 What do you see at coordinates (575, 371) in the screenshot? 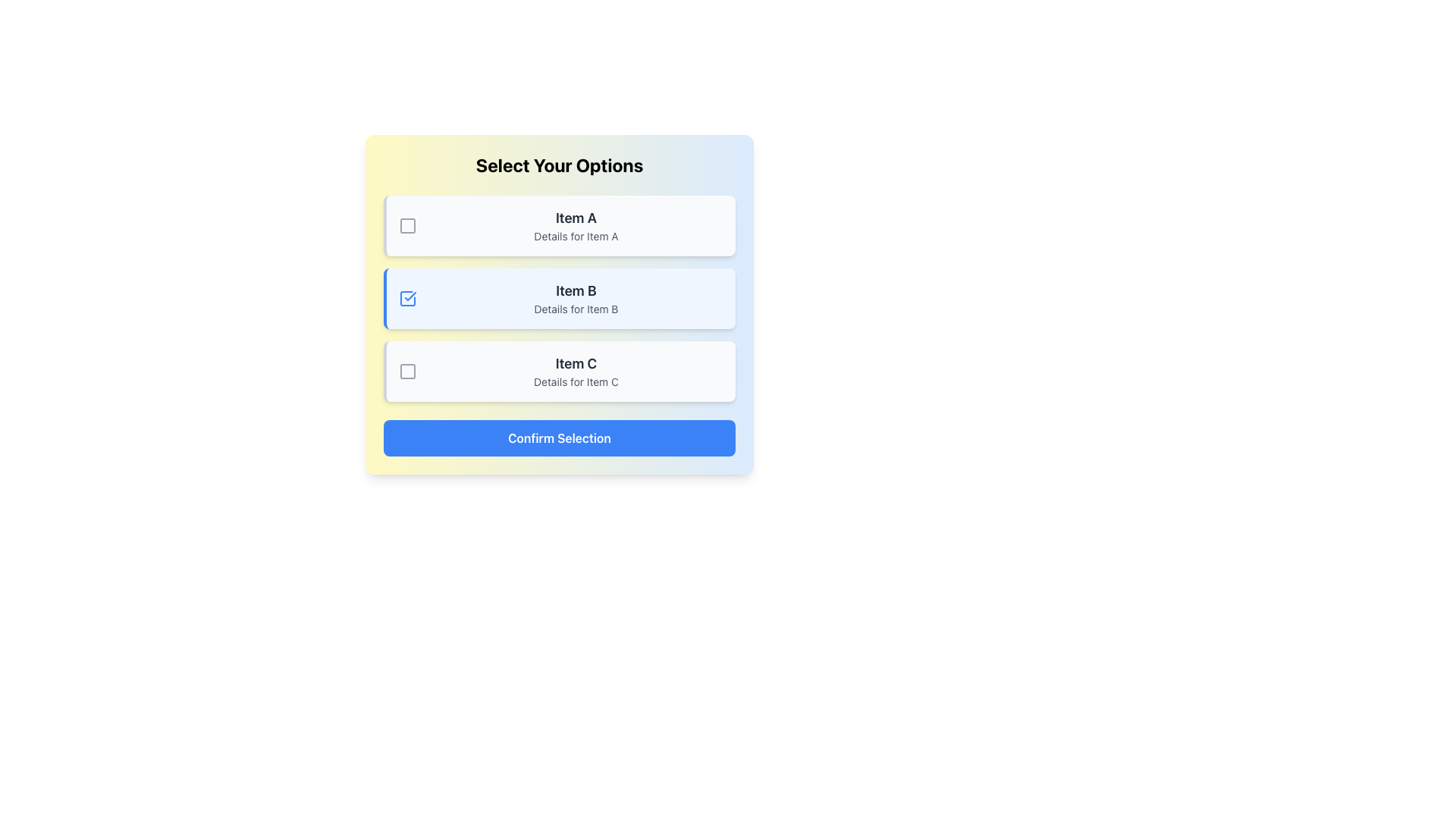
I see `the card displaying 'Item C' which is styled with a light gray background, rounded corners, and contains bold text 'Item C' followed by 'Details for Item C' in smaller gray text` at bounding box center [575, 371].